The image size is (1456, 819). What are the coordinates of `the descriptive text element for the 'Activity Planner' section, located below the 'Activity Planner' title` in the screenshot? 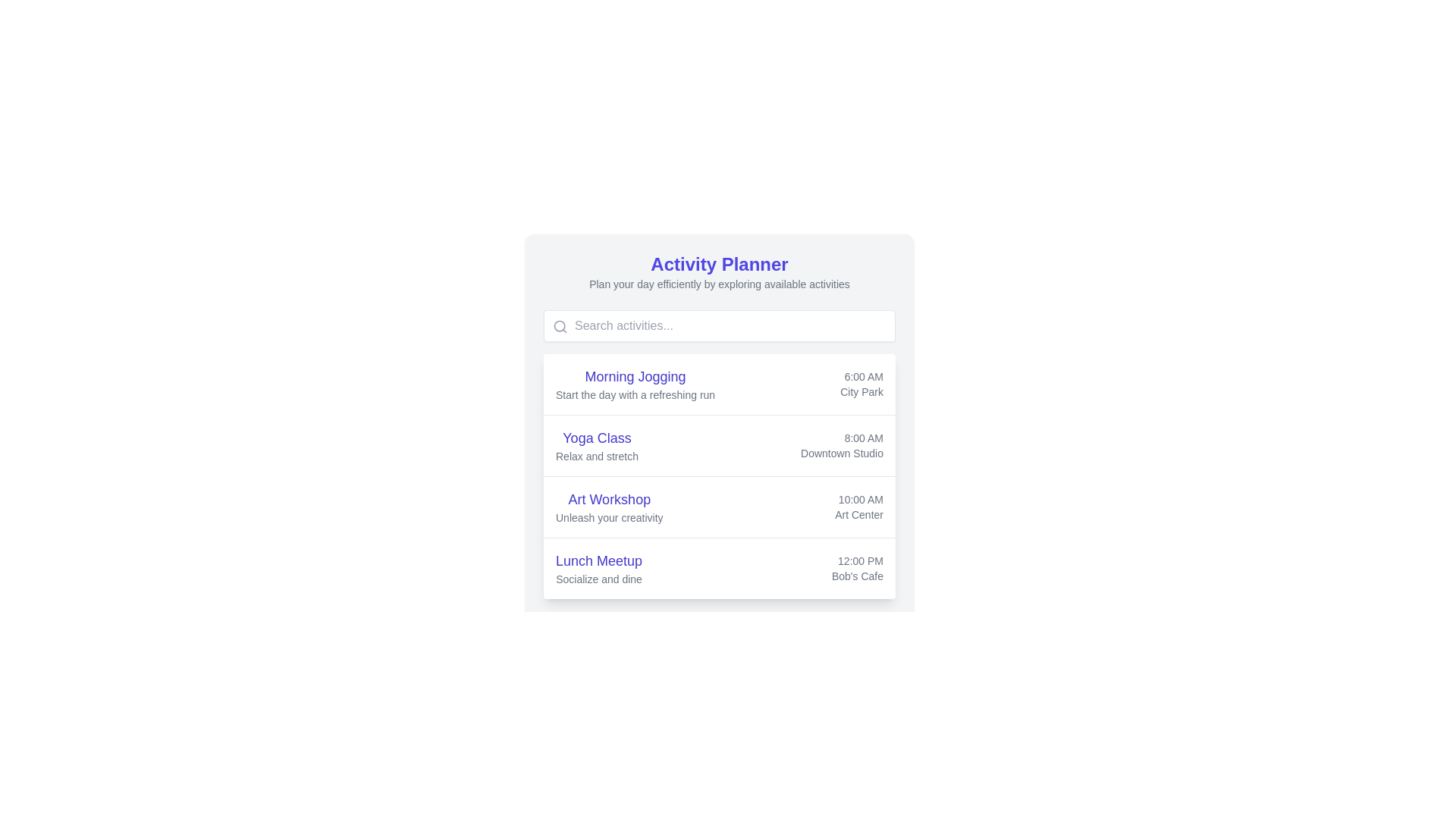 It's located at (719, 284).